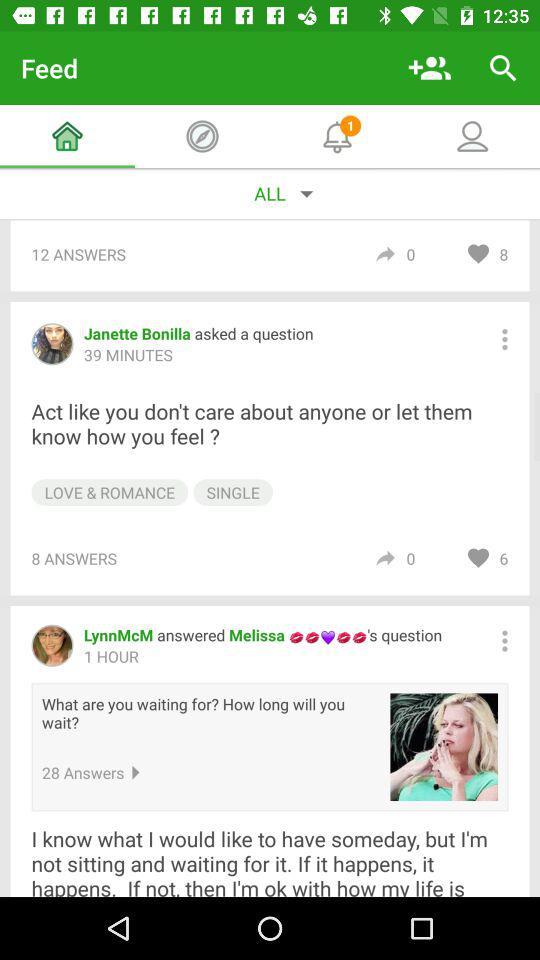 Image resolution: width=540 pixels, height=960 pixels. What do you see at coordinates (428, 68) in the screenshot?
I see `app to the right of feed` at bounding box center [428, 68].